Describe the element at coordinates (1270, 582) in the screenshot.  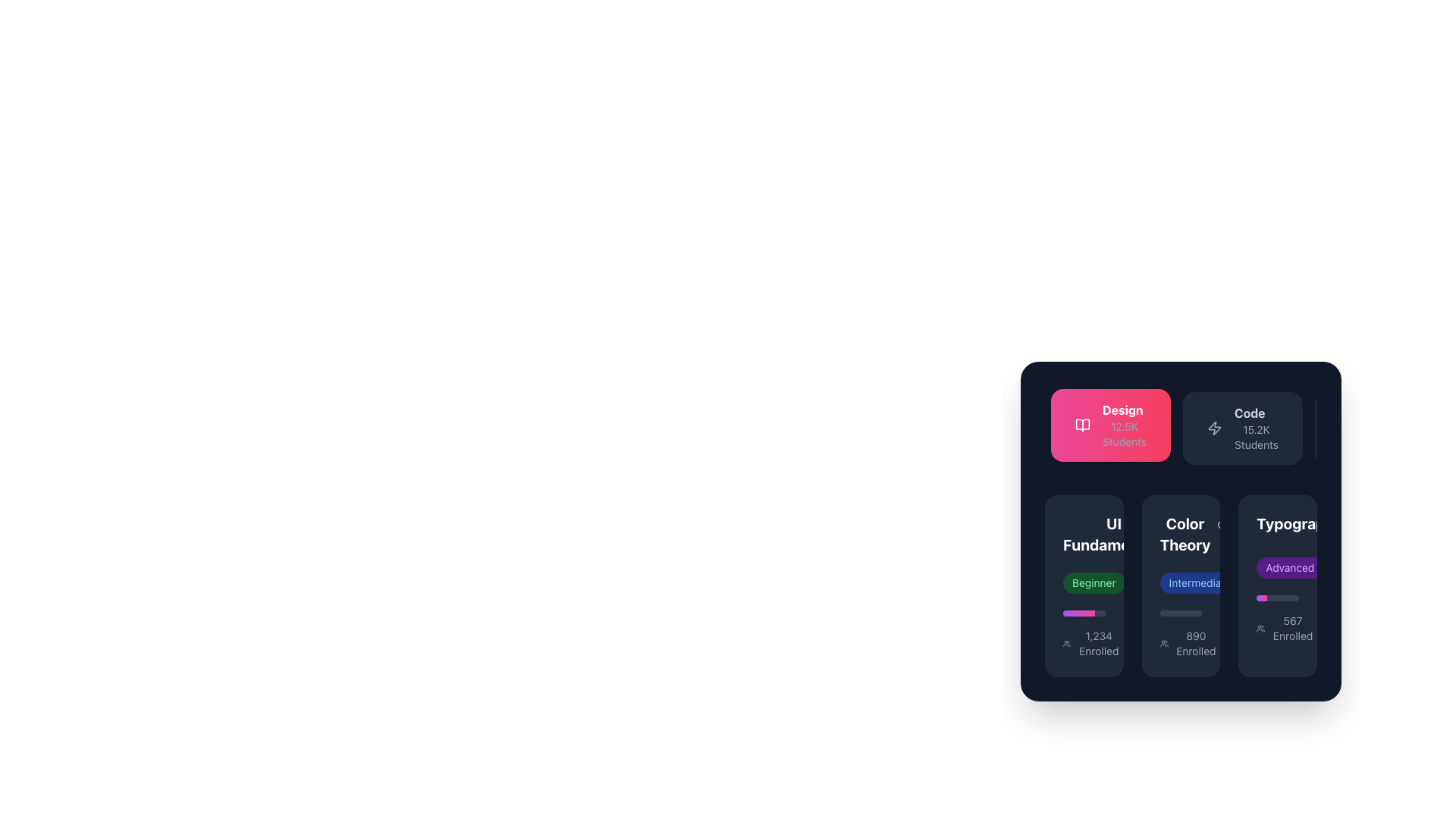
I see `the course duration indicator text with icon located in the third column of the grid, positioned to the right of the 'Intermediate' label` at that location.